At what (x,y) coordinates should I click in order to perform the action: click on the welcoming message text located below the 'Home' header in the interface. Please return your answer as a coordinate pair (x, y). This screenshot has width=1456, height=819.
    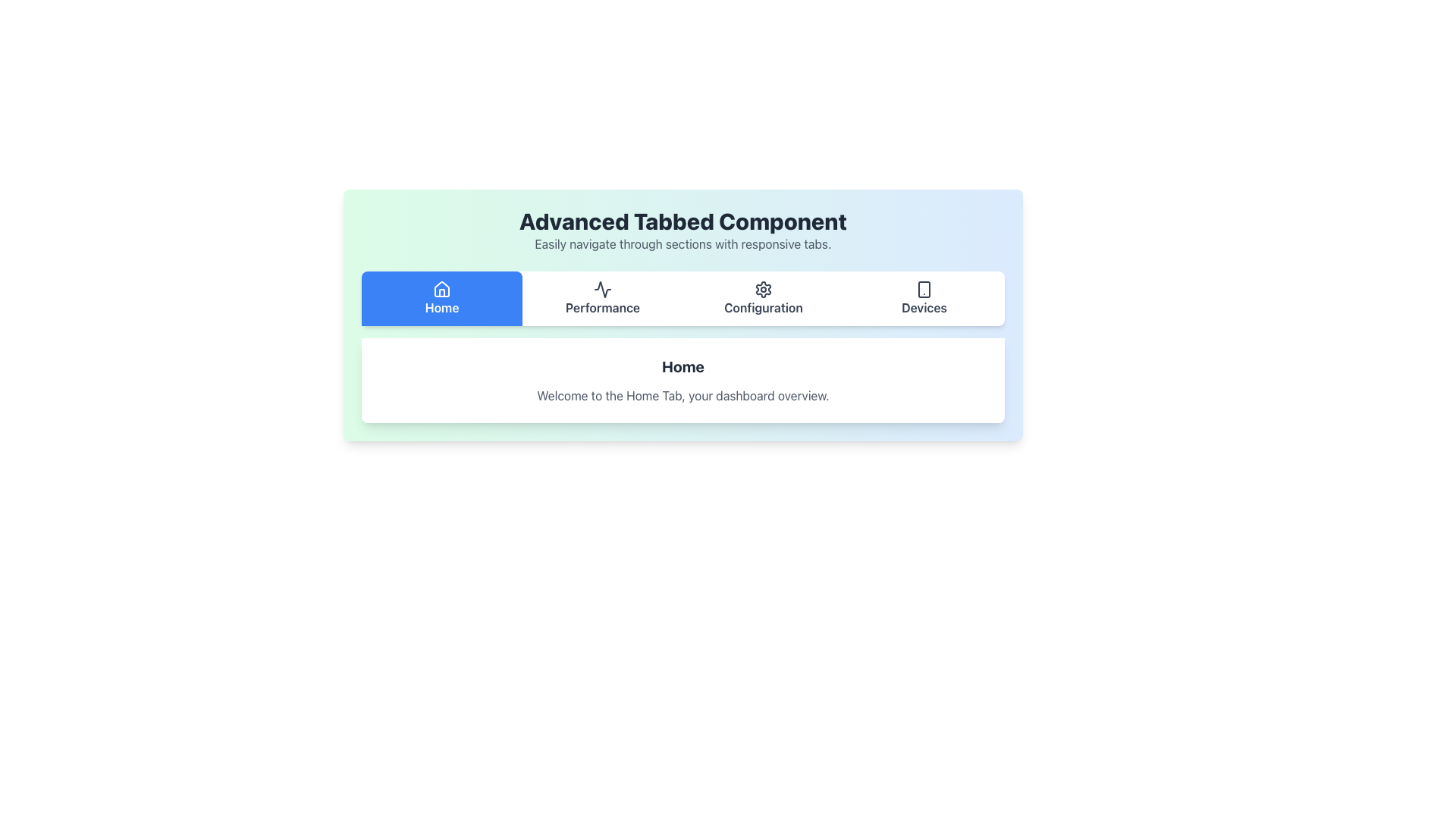
    Looking at the image, I should click on (682, 394).